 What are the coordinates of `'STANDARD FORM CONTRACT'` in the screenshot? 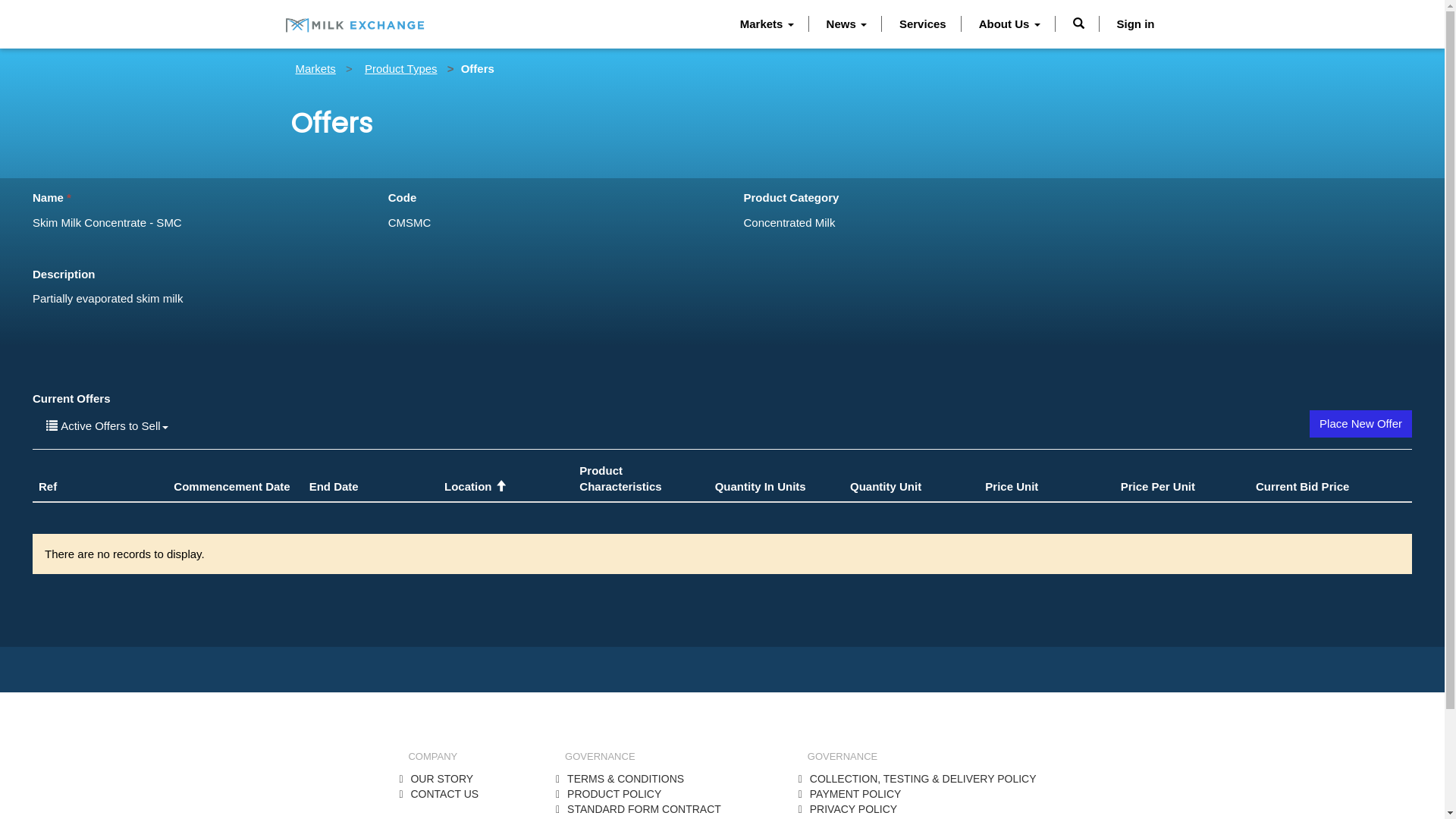 It's located at (644, 808).